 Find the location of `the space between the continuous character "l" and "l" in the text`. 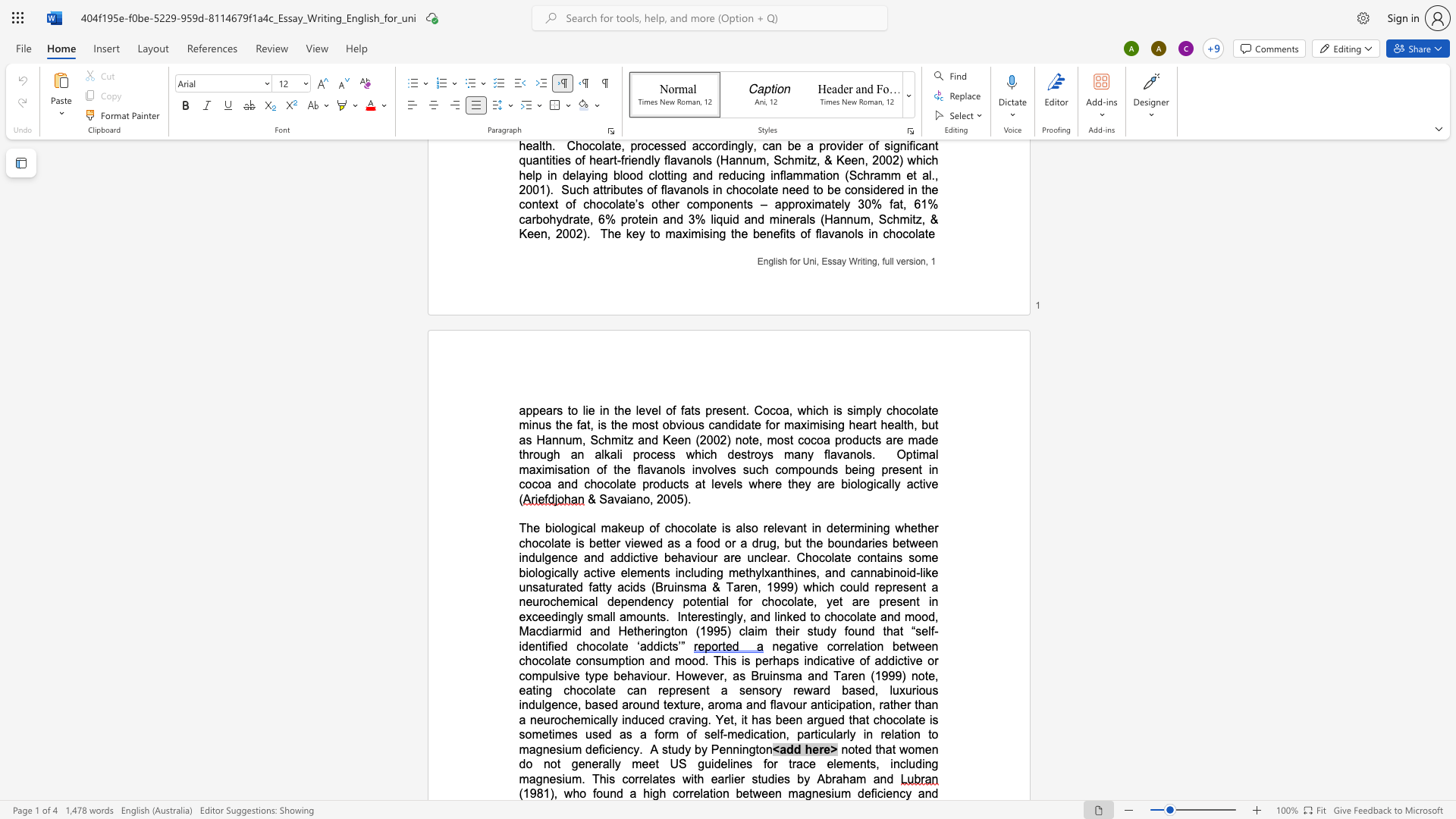

the space between the continuous character "l" and "l" in the text is located at coordinates (609, 719).